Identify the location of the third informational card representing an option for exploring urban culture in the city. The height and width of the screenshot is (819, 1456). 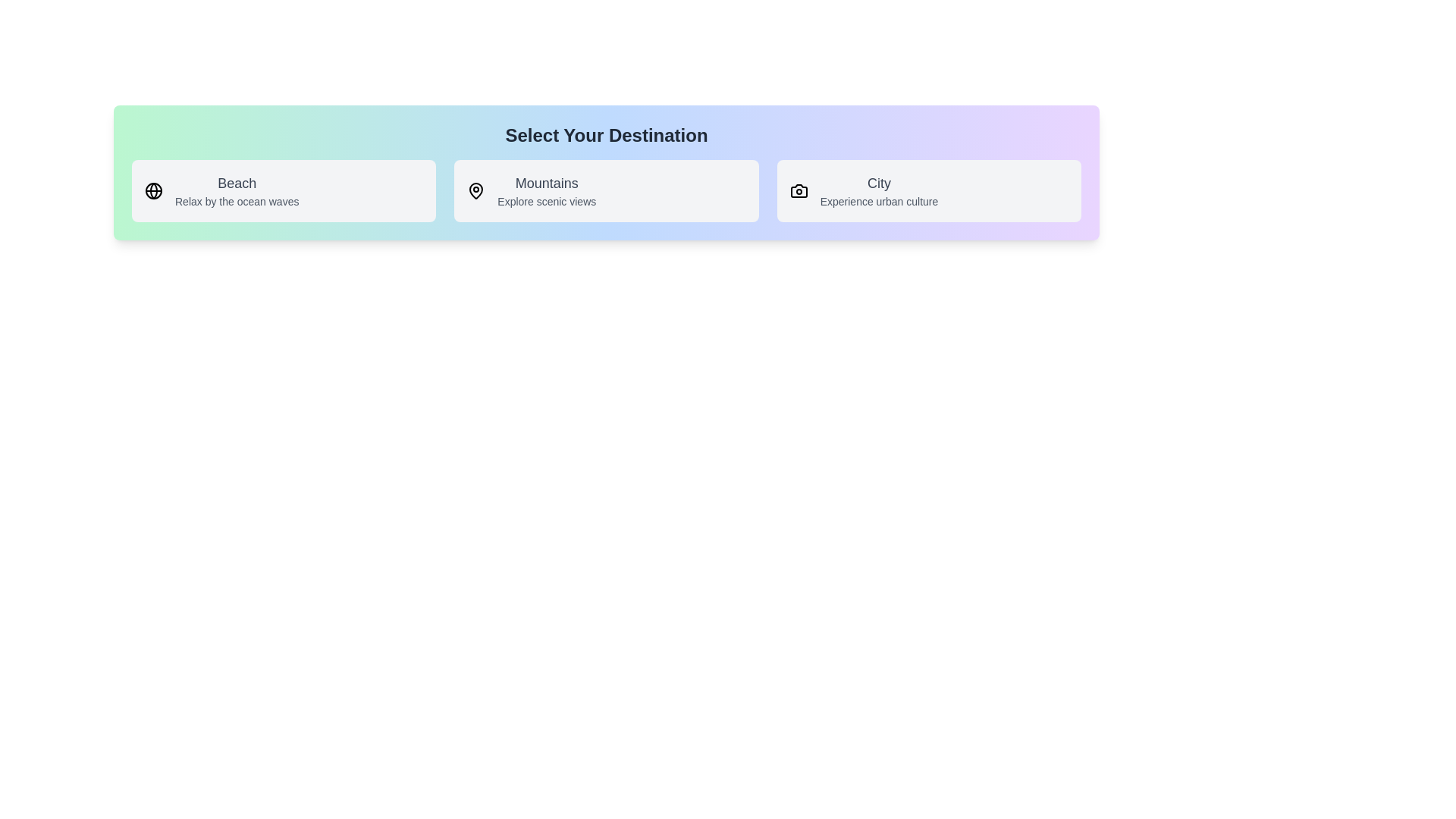
(928, 190).